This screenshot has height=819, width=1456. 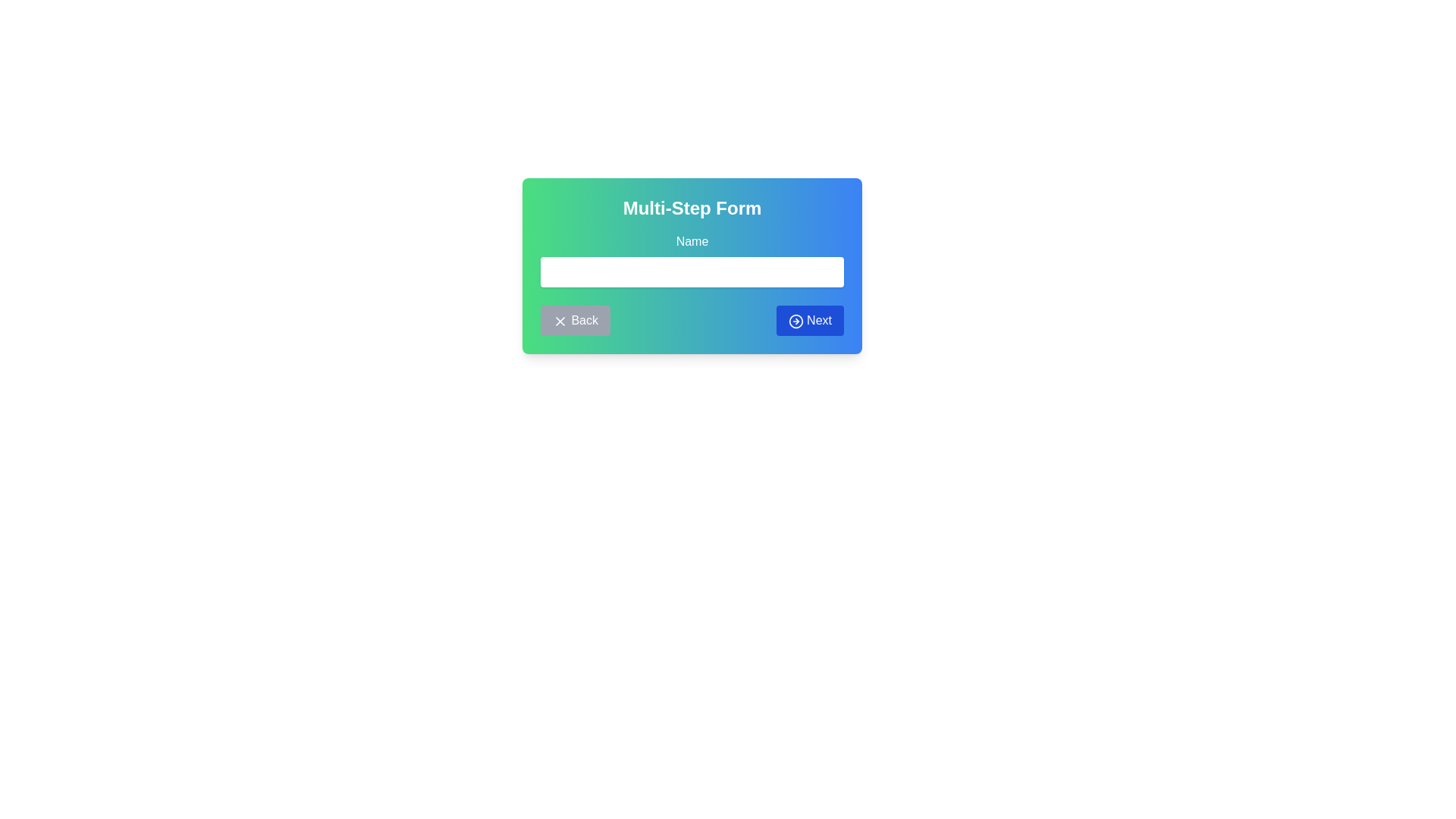 I want to click on the 'Next' button located on the right side of the horizontal button arrangement at the bottom of the form to proceed to the next step, so click(x=809, y=320).